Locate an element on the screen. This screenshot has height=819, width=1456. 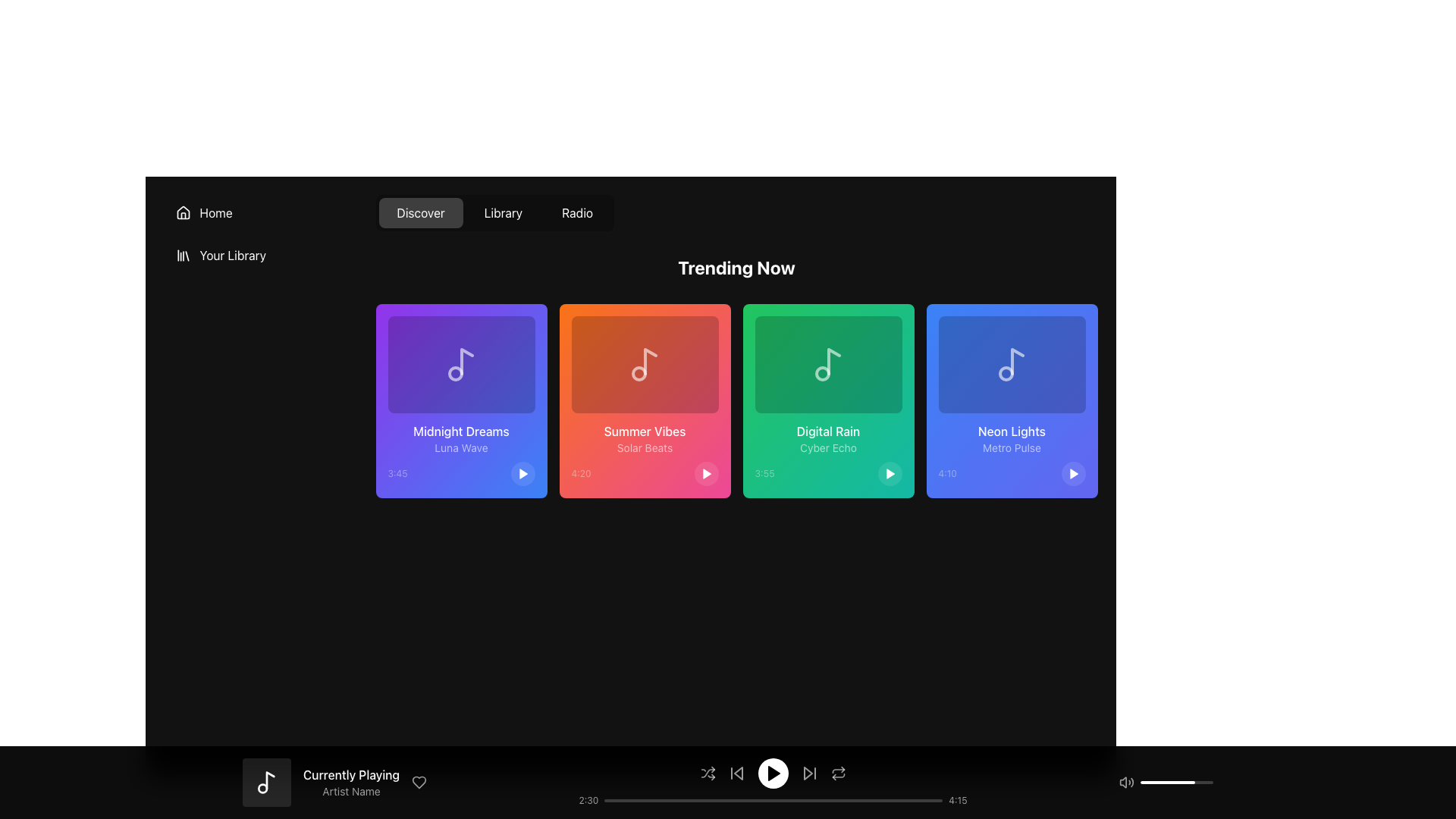
the 'Home' and 'Your Library' options in the Navigation sidebar is located at coordinates (260, 346).